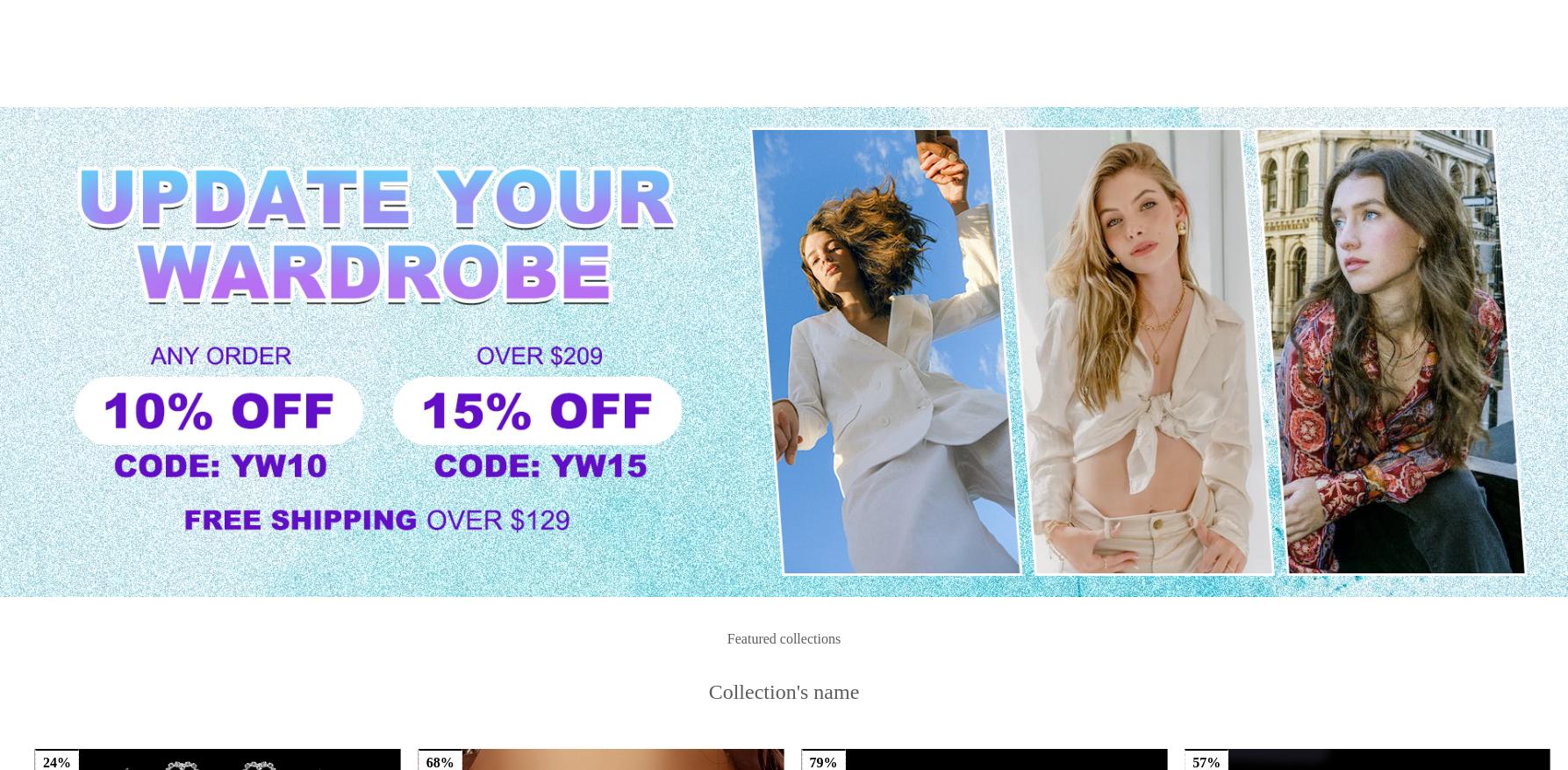 The height and width of the screenshot is (770, 1568). Describe the element at coordinates (57, 394) in the screenshot. I see `'49%'` at that location.